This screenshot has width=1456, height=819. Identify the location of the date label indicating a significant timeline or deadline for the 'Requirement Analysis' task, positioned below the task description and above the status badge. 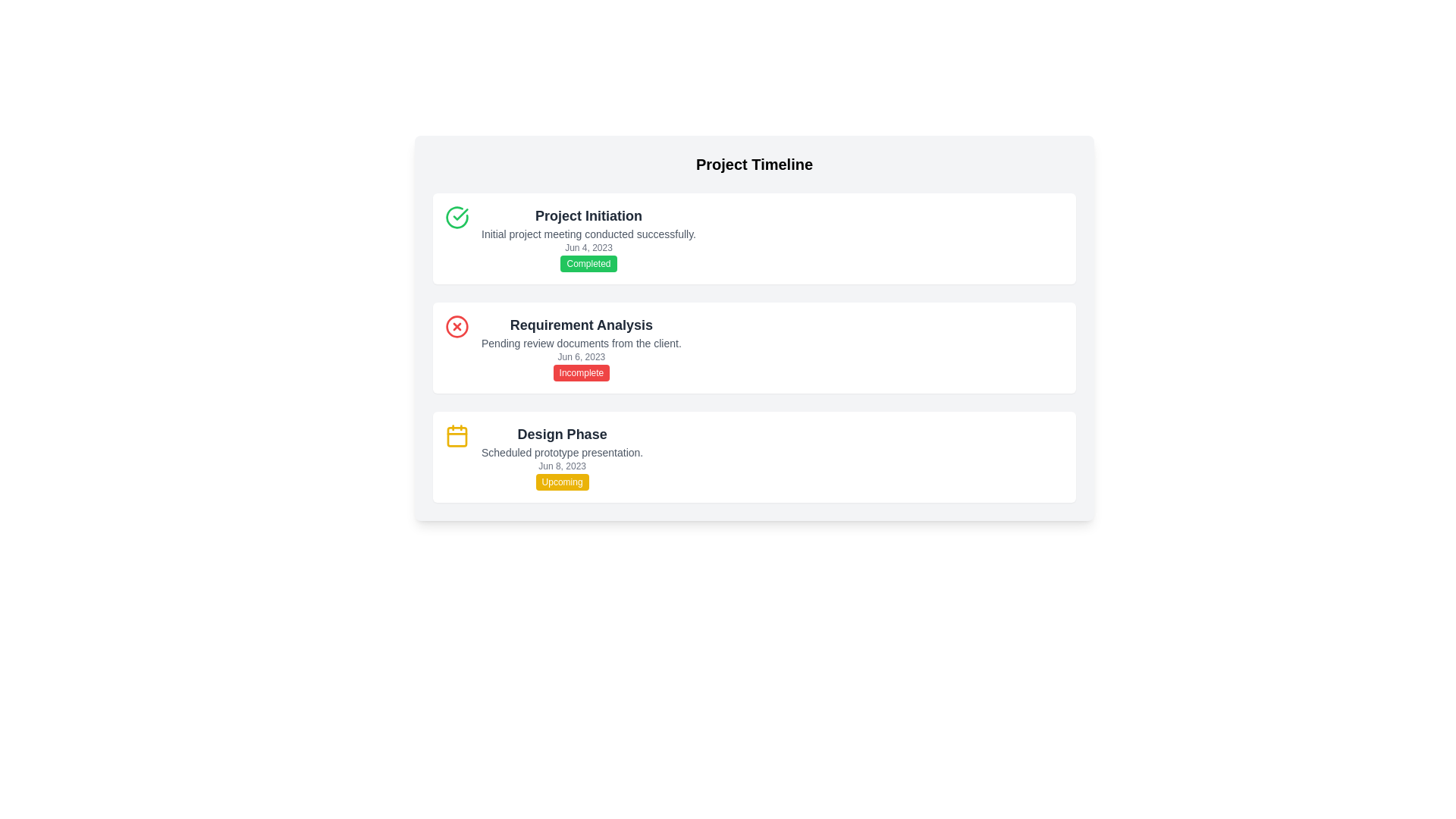
(580, 356).